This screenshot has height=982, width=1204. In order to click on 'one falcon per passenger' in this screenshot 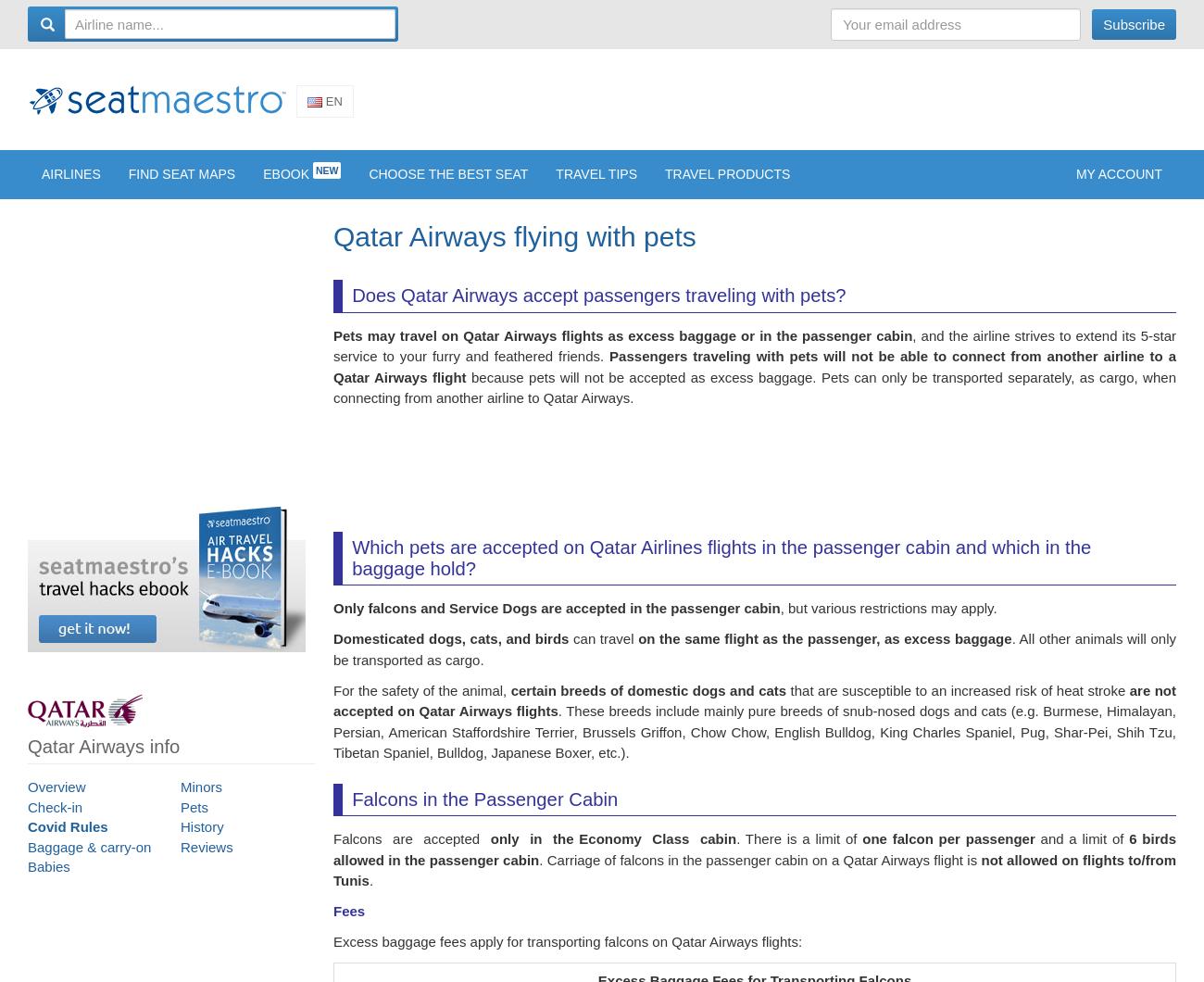, I will do `click(947, 850)`.